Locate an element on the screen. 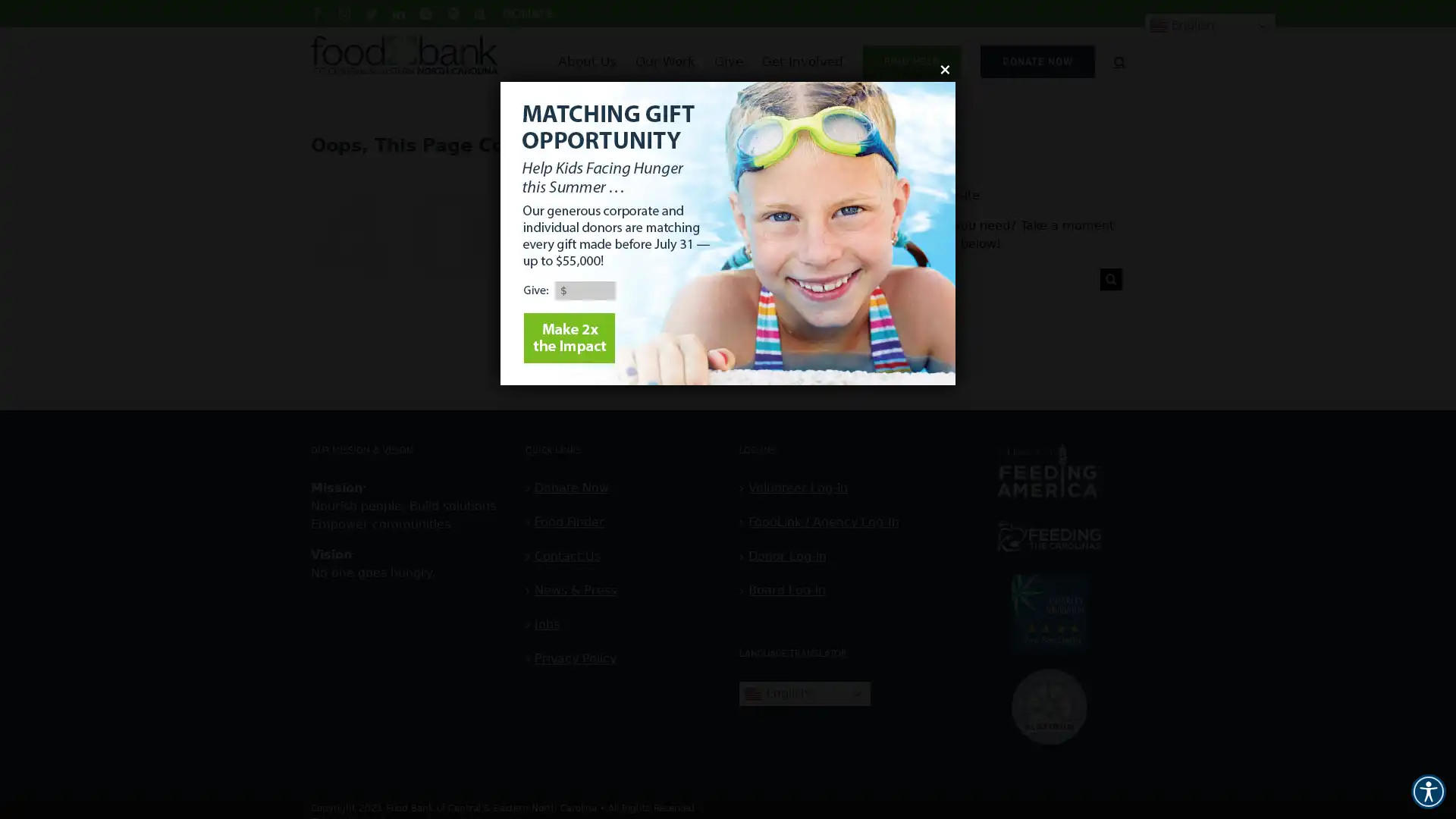 This screenshot has height=819, width=1456. Search is located at coordinates (1110, 279).